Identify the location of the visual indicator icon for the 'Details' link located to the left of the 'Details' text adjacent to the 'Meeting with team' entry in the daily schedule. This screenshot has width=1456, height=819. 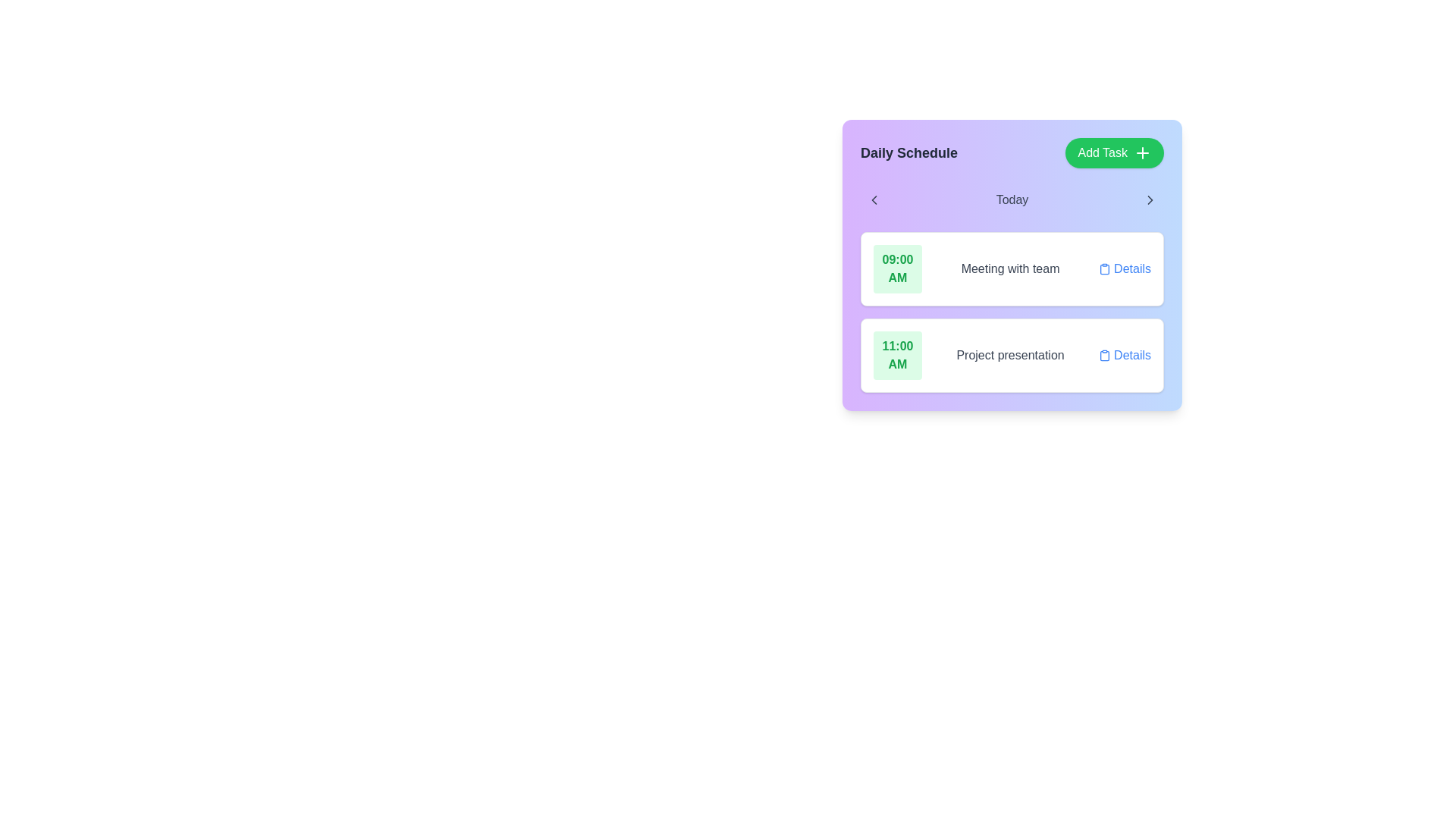
(1105, 268).